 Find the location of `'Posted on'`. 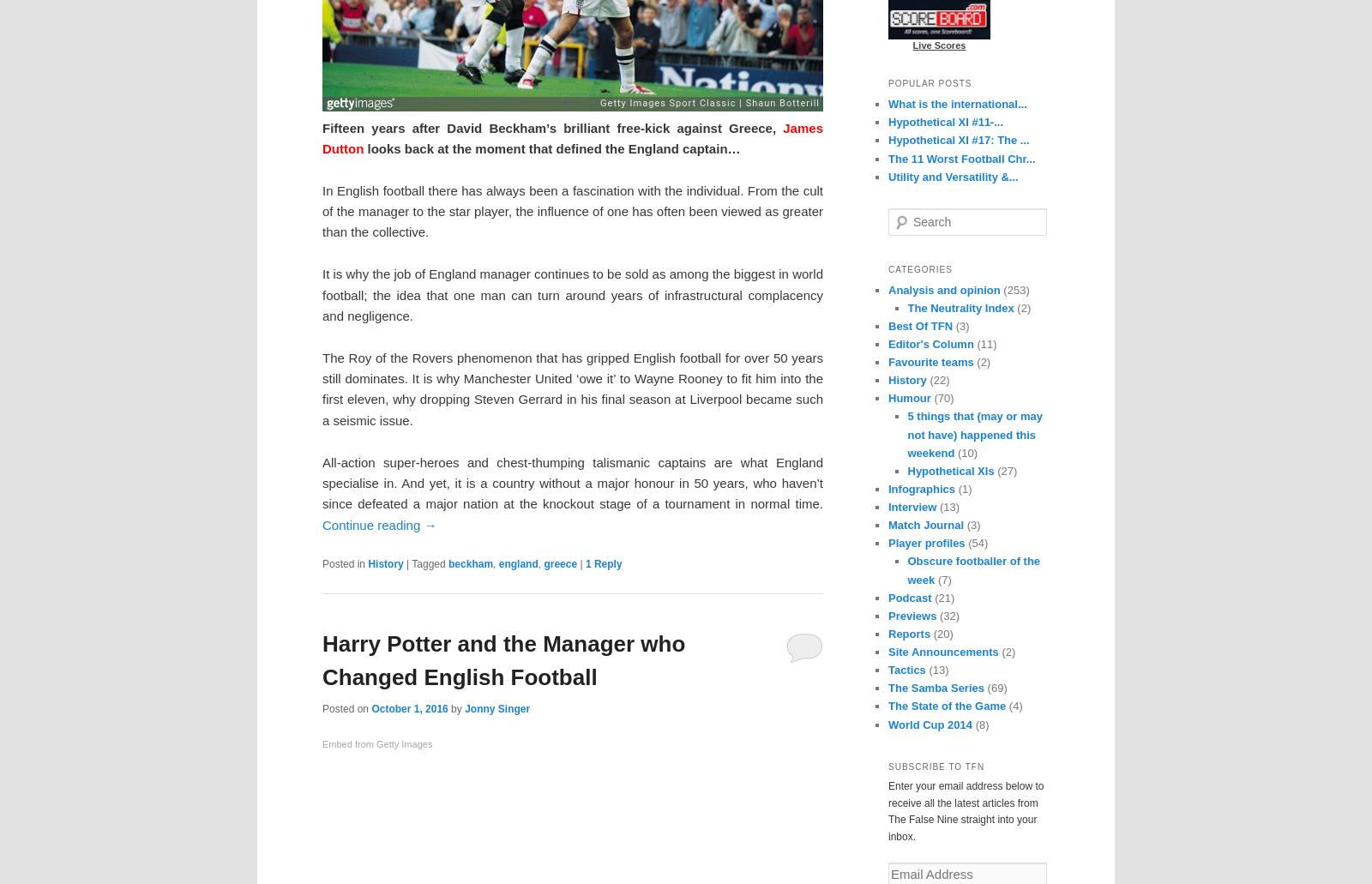

'Posted on' is located at coordinates (346, 708).